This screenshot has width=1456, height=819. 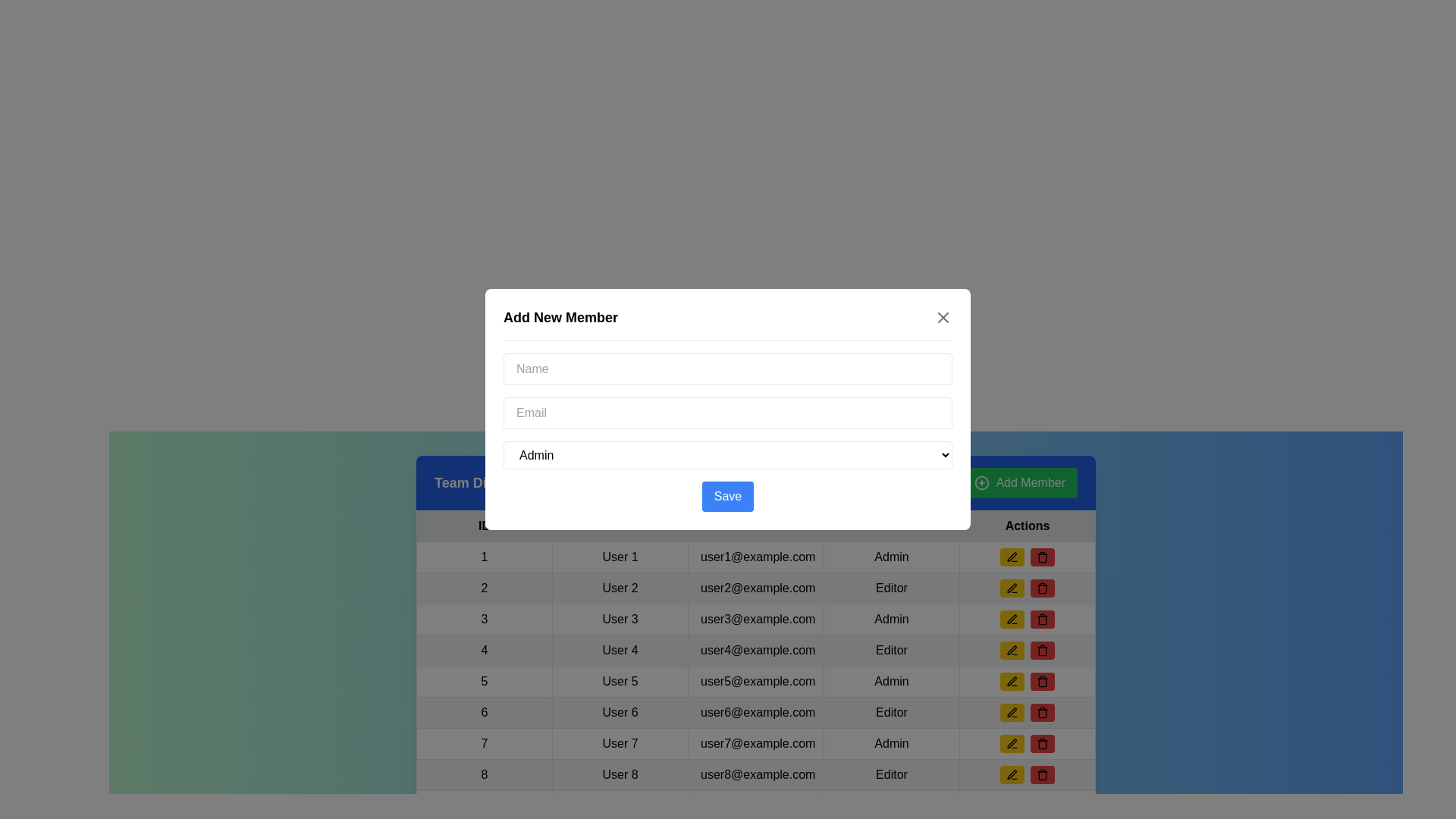 I want to click on the Trash icon button, which is styled as a minimalist trash can, located in the 'Actions' column of the table associated with the user data 'User 7' (user7@example.com), so click(x=1041, y=680).